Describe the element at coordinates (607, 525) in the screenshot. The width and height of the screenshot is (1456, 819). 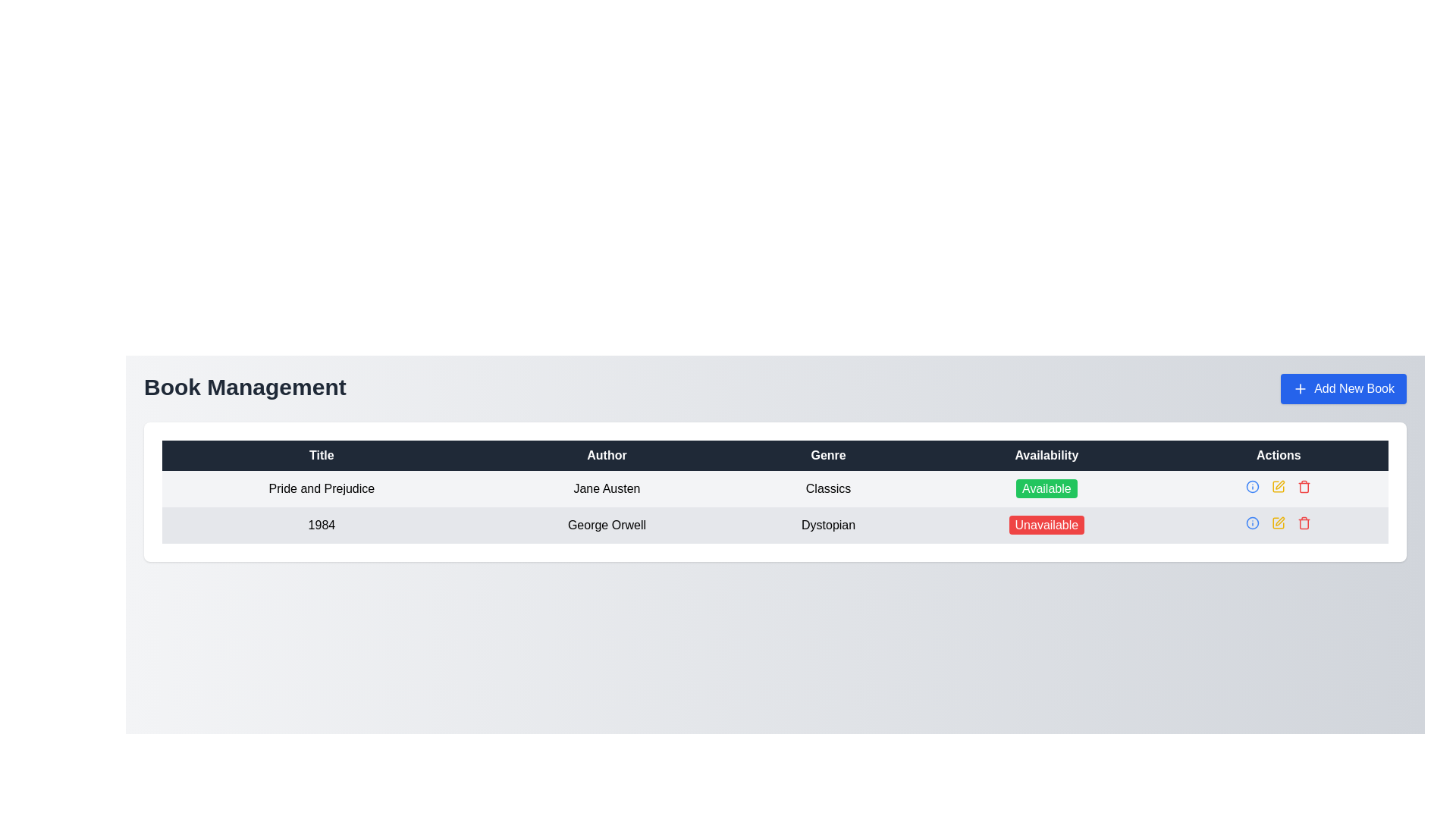
I see `the Text Label displaying the author's name, George Orwell, located in the second cell of the row labeled '1984' in the 'Author' column of the table` at that location.